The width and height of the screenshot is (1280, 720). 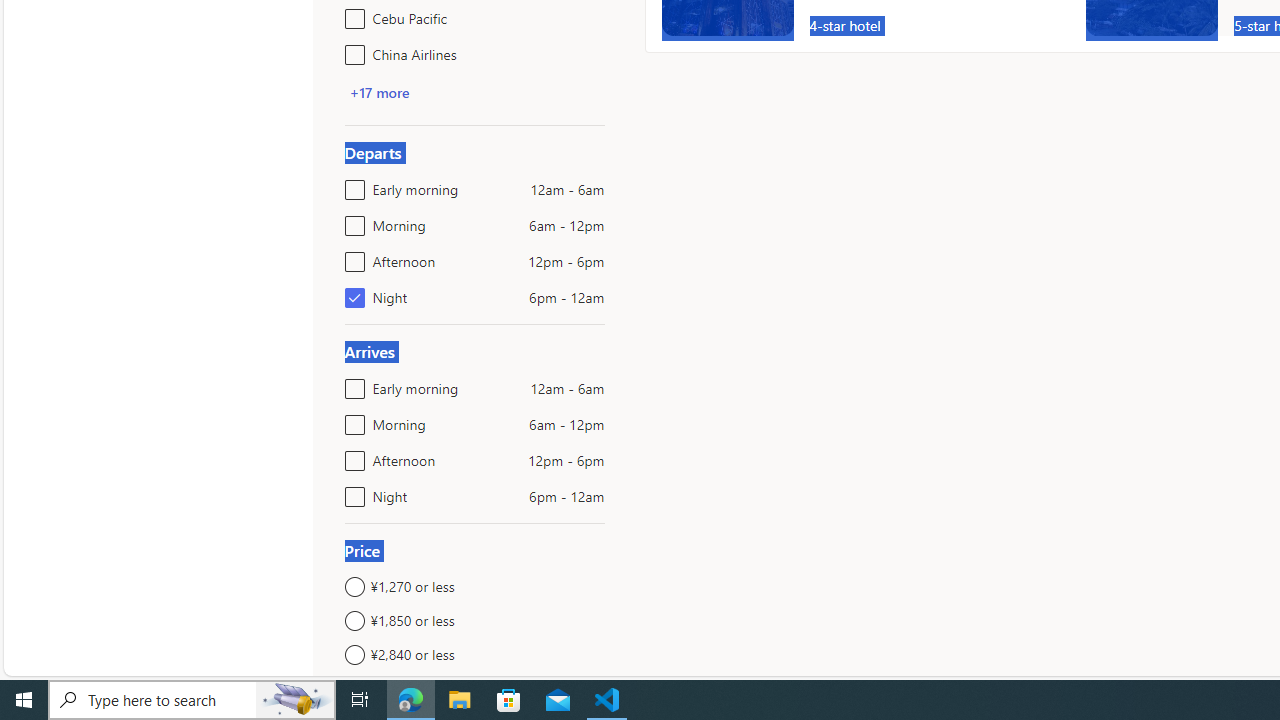 I want to click on 'China Airlines', so click(x=351, y=50).